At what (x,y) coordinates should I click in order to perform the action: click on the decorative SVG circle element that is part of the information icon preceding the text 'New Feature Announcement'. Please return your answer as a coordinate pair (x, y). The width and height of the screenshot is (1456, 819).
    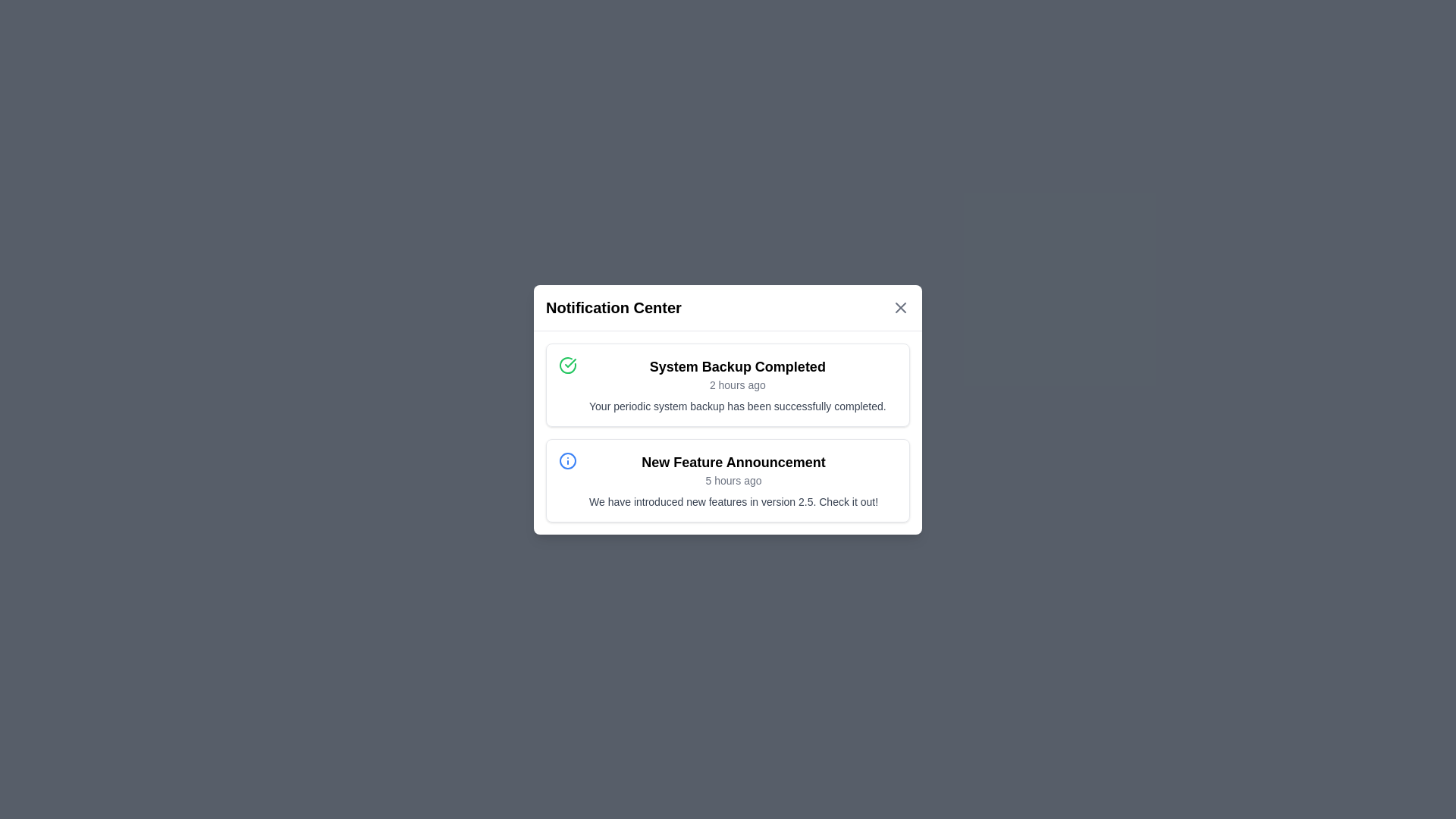
    Looking at the image, I should click on (566, 460).